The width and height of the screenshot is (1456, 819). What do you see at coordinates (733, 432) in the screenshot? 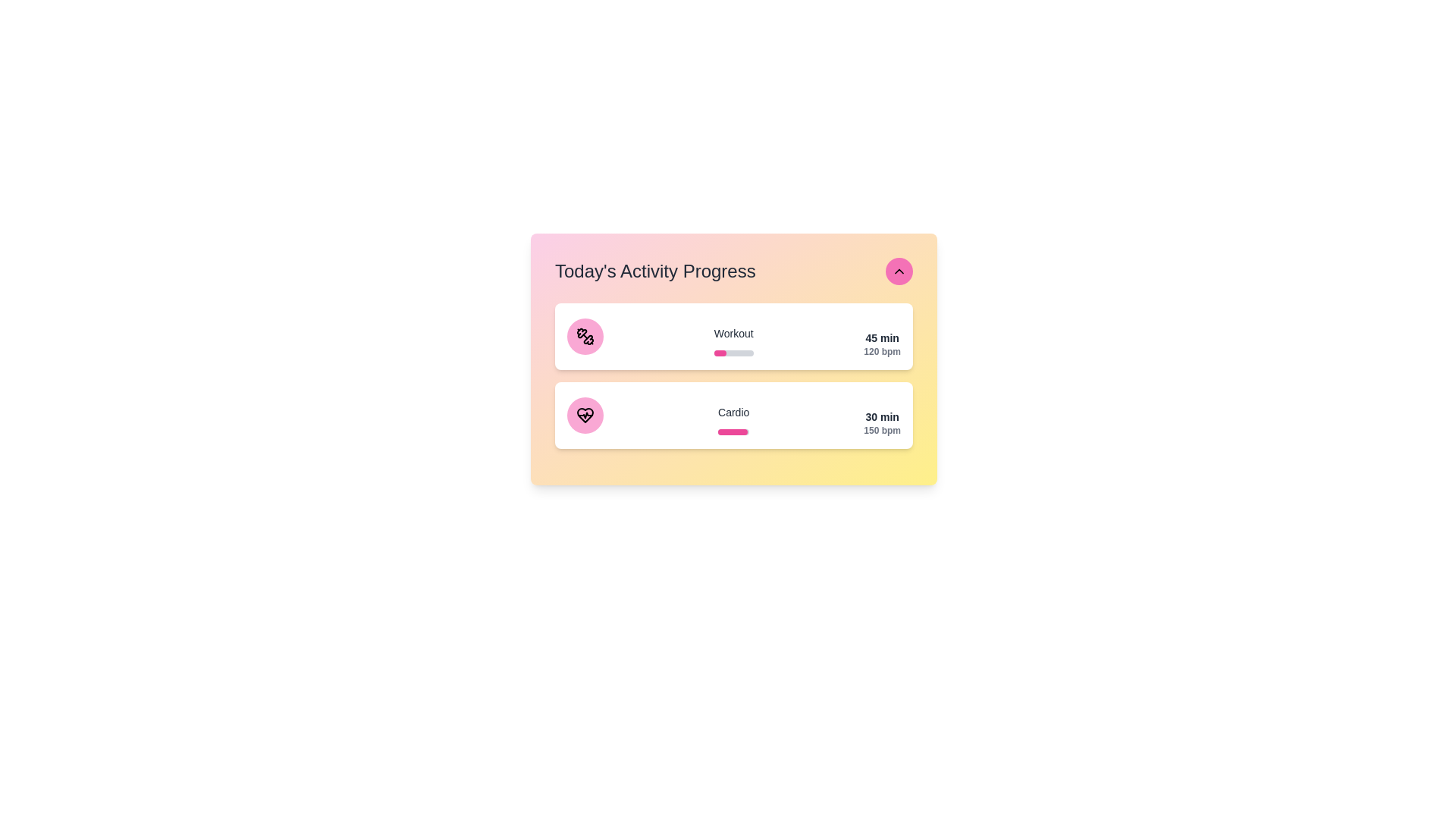
I see `the second progress bar that visually displays the progression of the 'Cardio' activity, located directly under the 'Cardio' label` at bounding box center [733, 432].